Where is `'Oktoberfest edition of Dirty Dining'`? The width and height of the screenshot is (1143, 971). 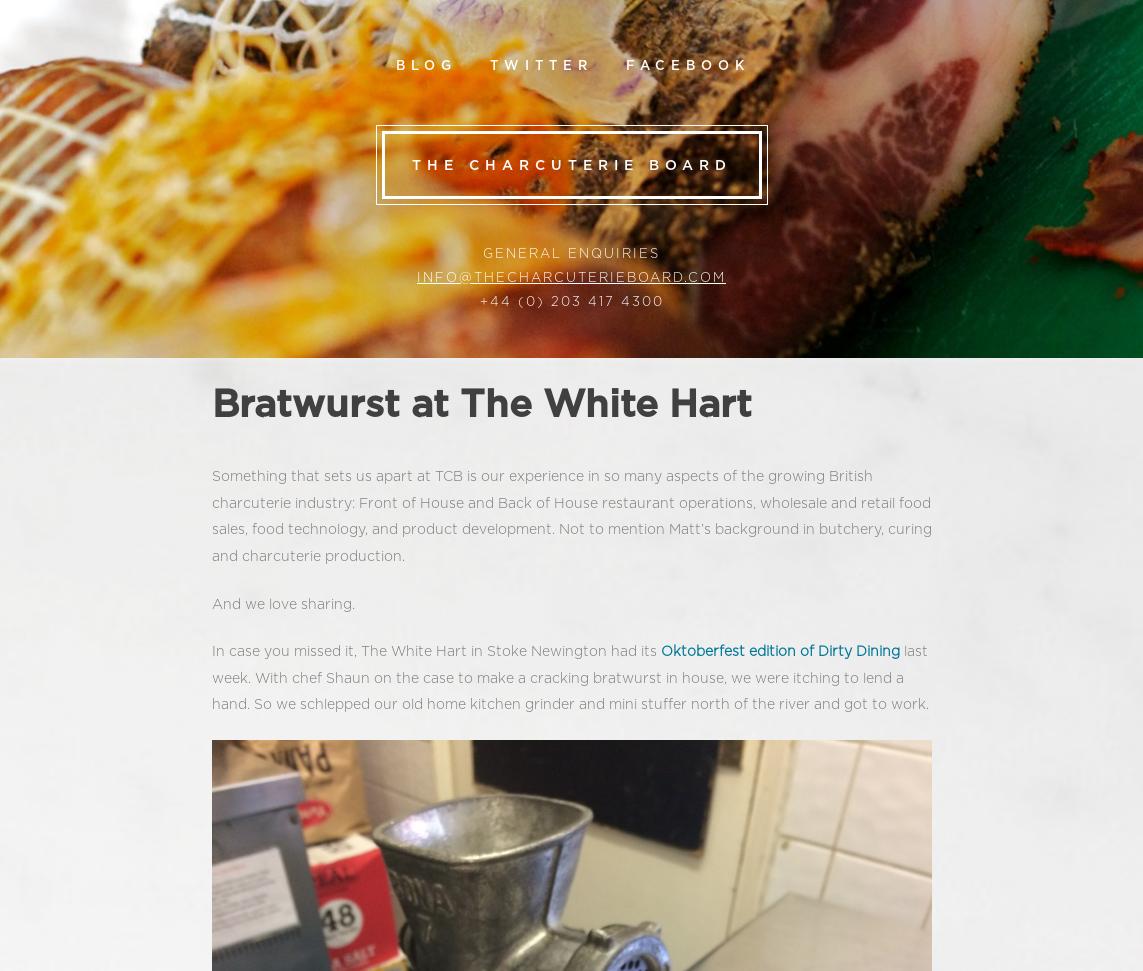 'Oktoberfest edition of Dirty Dining' is located at coordinates (779, 652).